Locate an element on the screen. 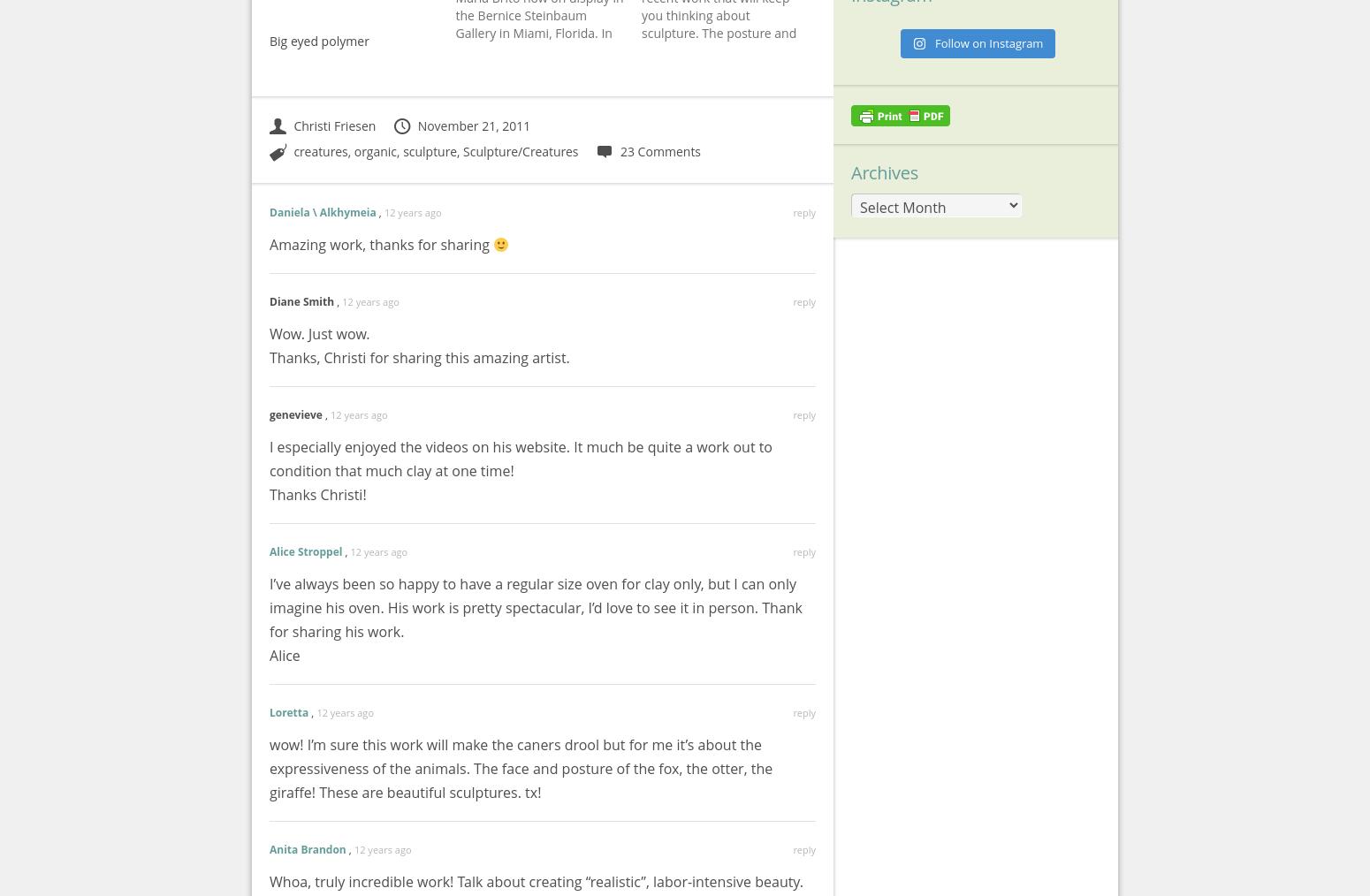 Image resolution: width=1370 pixels, height=896 pixels. 'I especially enjoyed the videos on his website. It much be quite a work out to condition that much clay at one time!' is located at coordinates (270, 458).